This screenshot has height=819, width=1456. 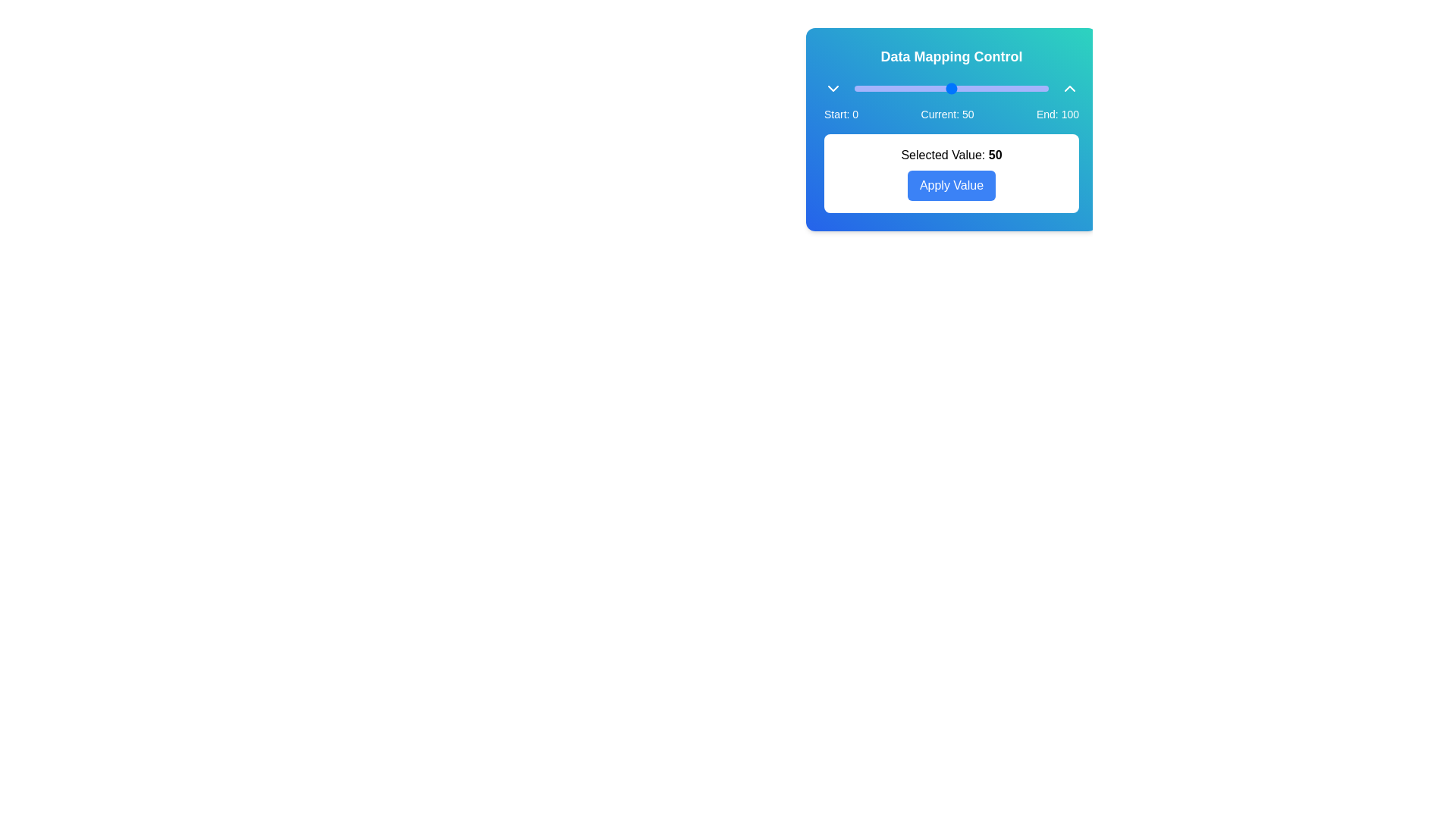 What do you see at coordinates (874, 85) in the screenshot?
I see `slider value` at bounding box center [874, 85].